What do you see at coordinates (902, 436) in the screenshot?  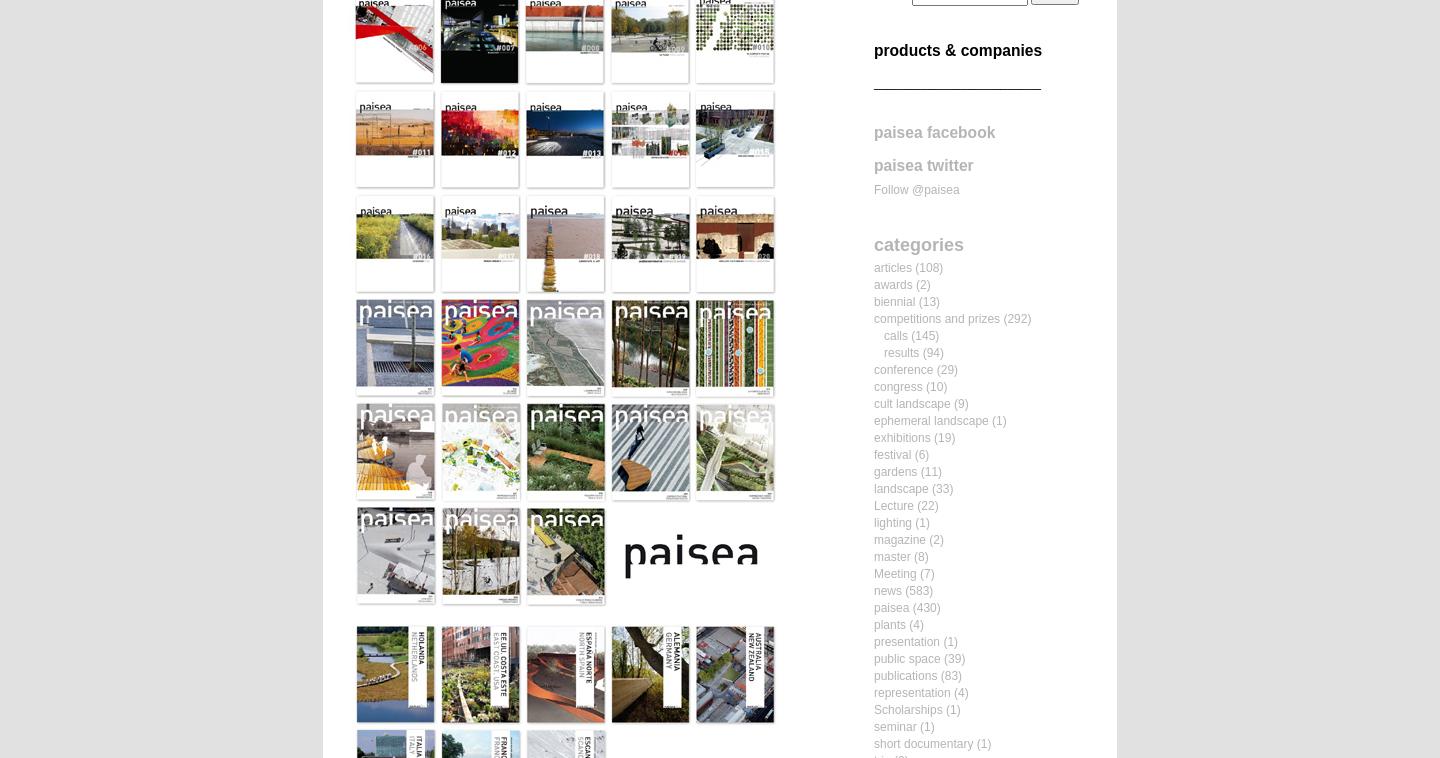 I see `'exhibitions'` at bounding box center [902, 436].